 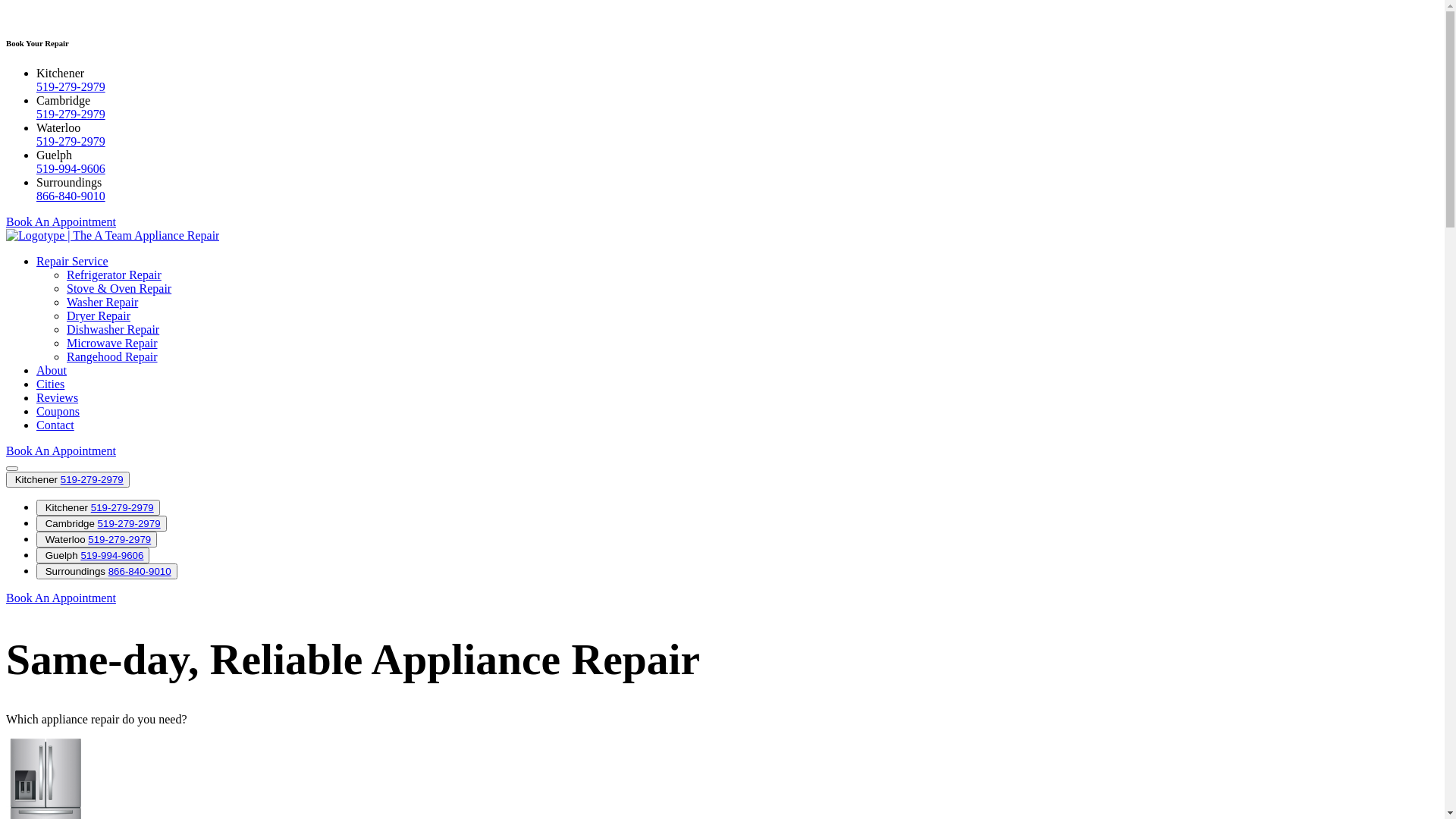 I want to click on '519-279-2979', so click(x=86, y=538).